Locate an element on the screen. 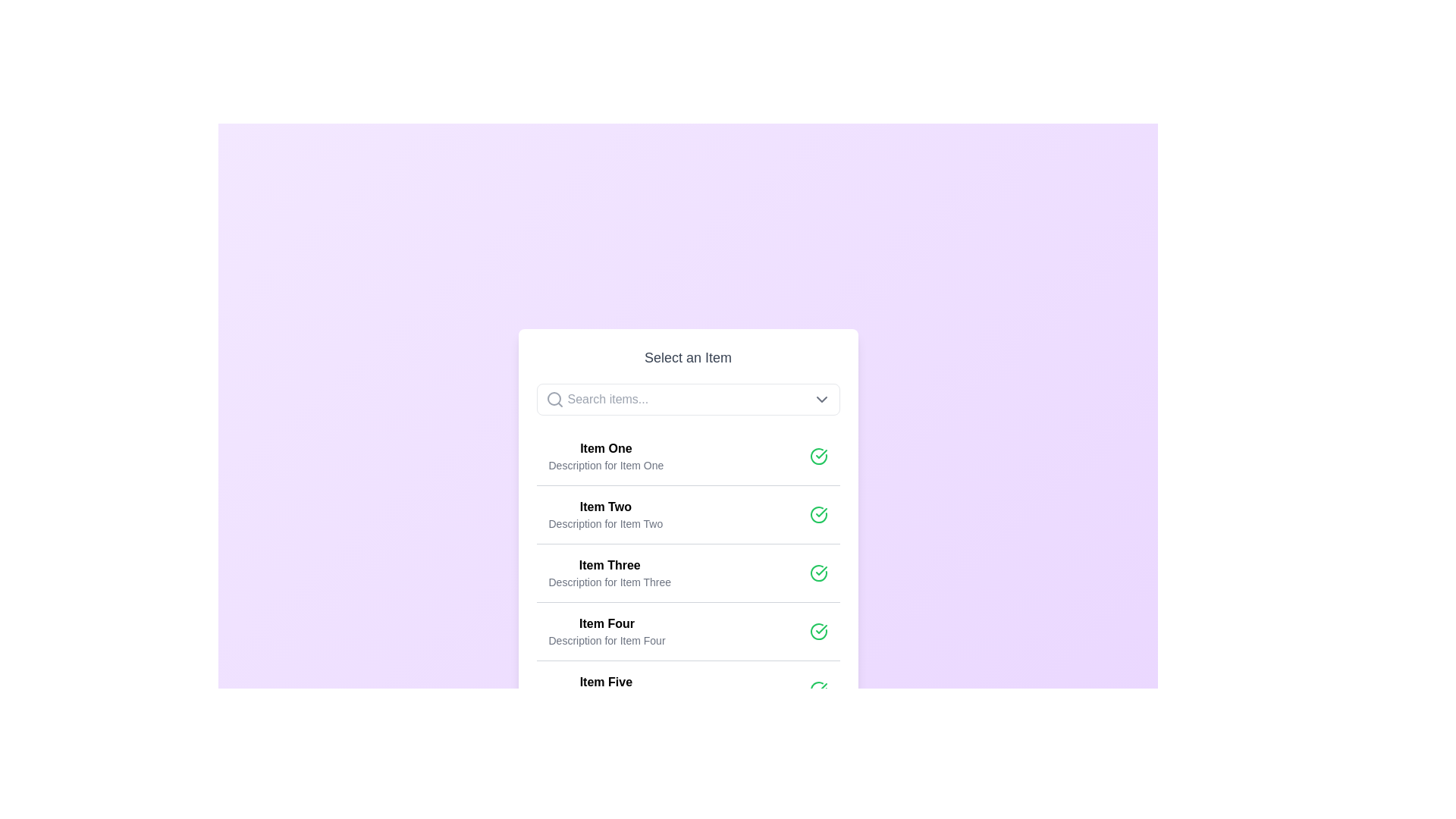 The width and height of the screenshot is (1456, 819). the state represented by the check mark icon located to the far right of the 'Item Four' in the vertical list of selectable items is located at coordinates (817, 632).